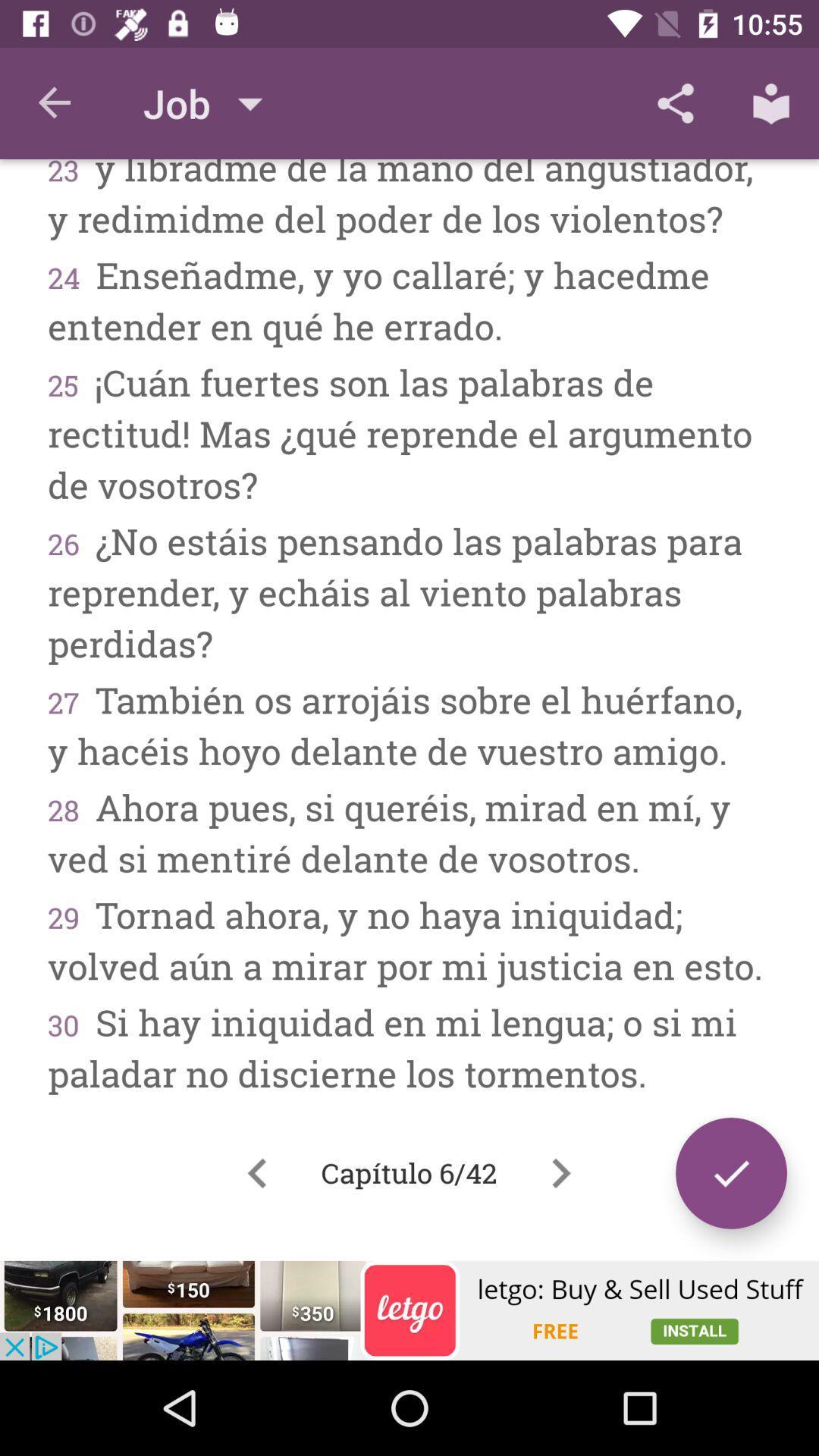 The width and height of the screenshot is (819, 1456). What do you see at coordinates (675, 102) in the screenshot?
I see `the icon above the 23 y libradme` at bounding box center [675, 102].